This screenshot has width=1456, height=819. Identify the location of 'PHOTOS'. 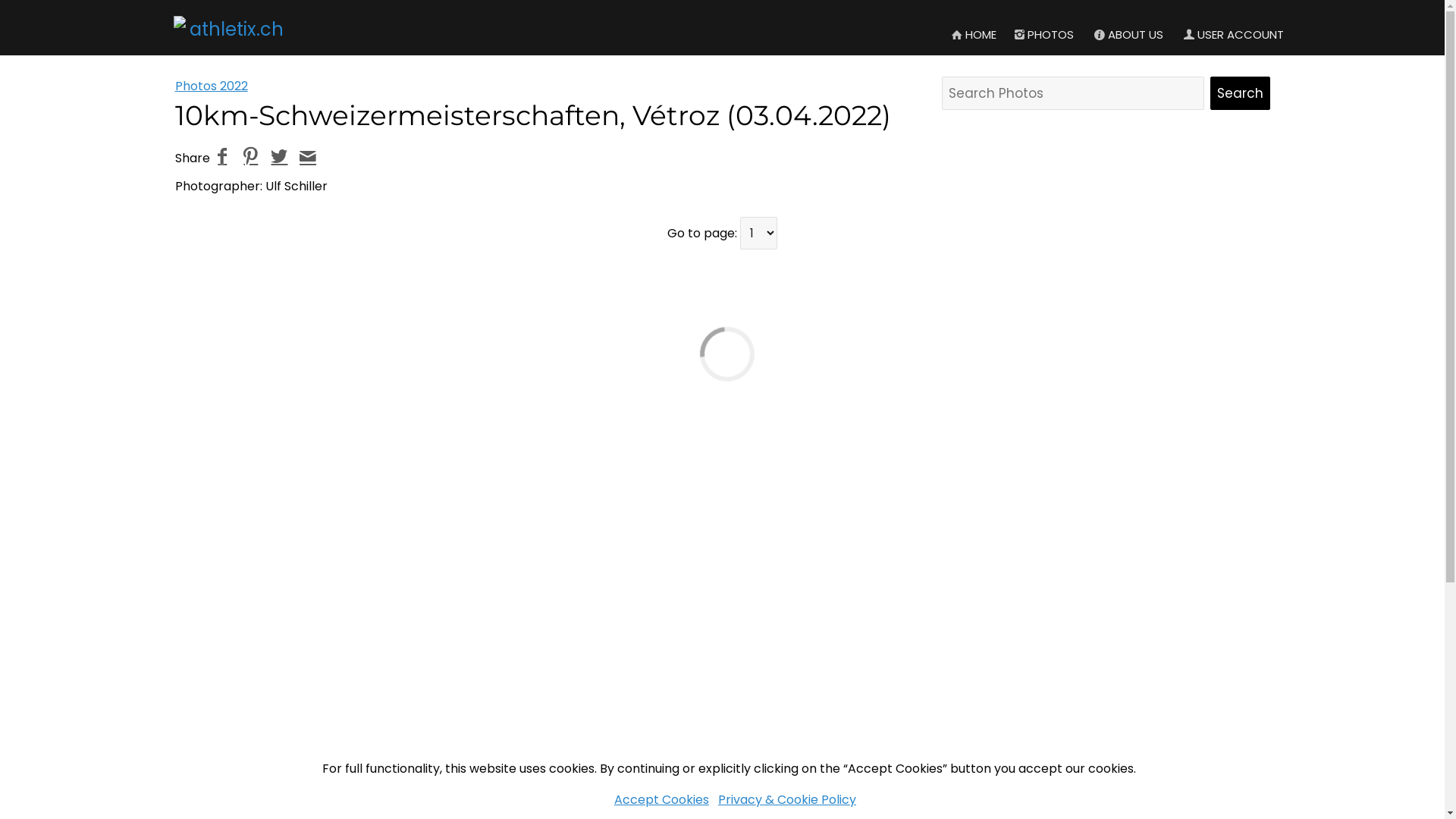
(1004, 34).